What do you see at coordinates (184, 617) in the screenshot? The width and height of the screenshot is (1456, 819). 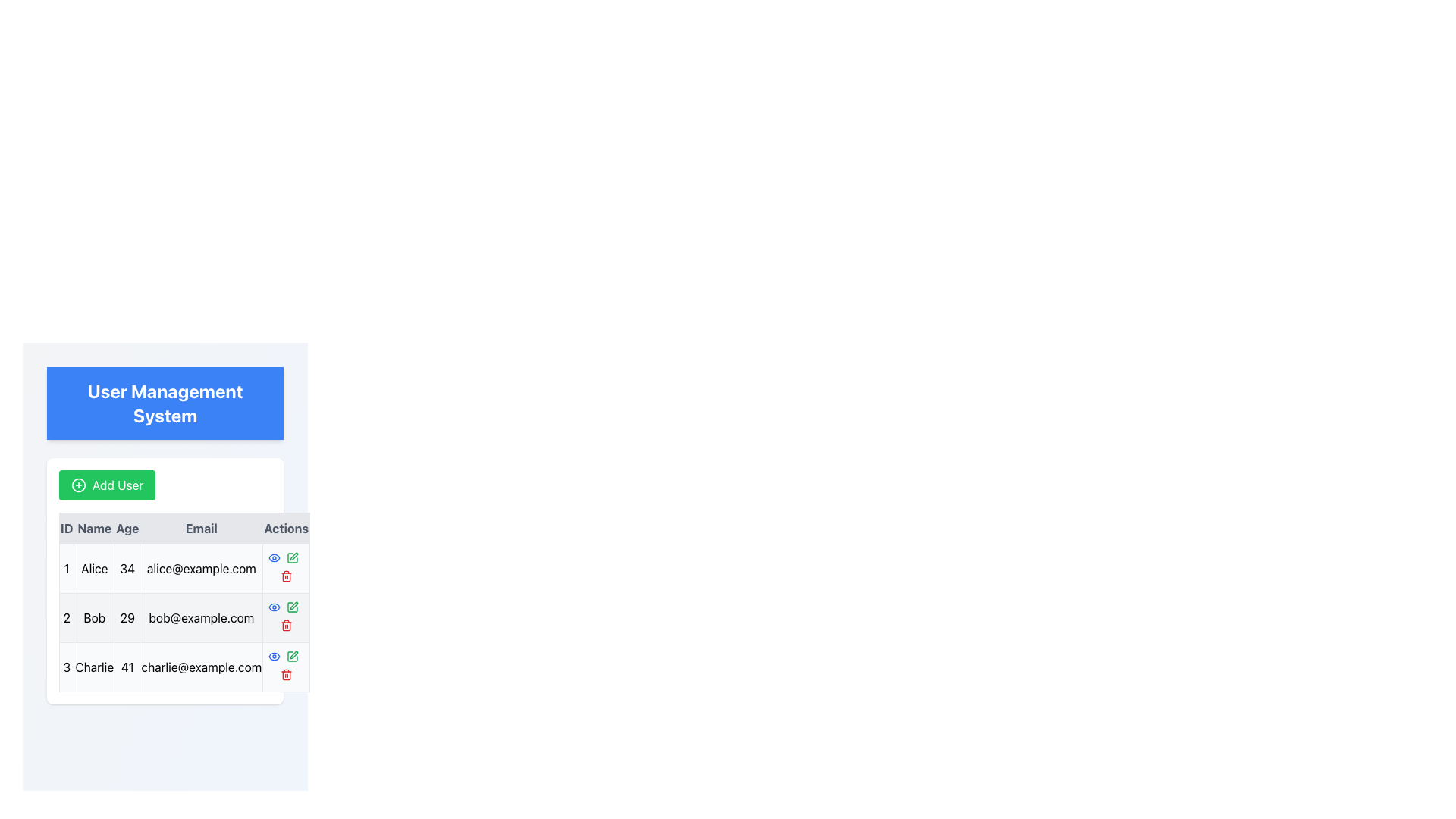 I see `the second row of the user data table that displays details for Bob, located below the header and above Charlie` at bounding box center [184, 617].